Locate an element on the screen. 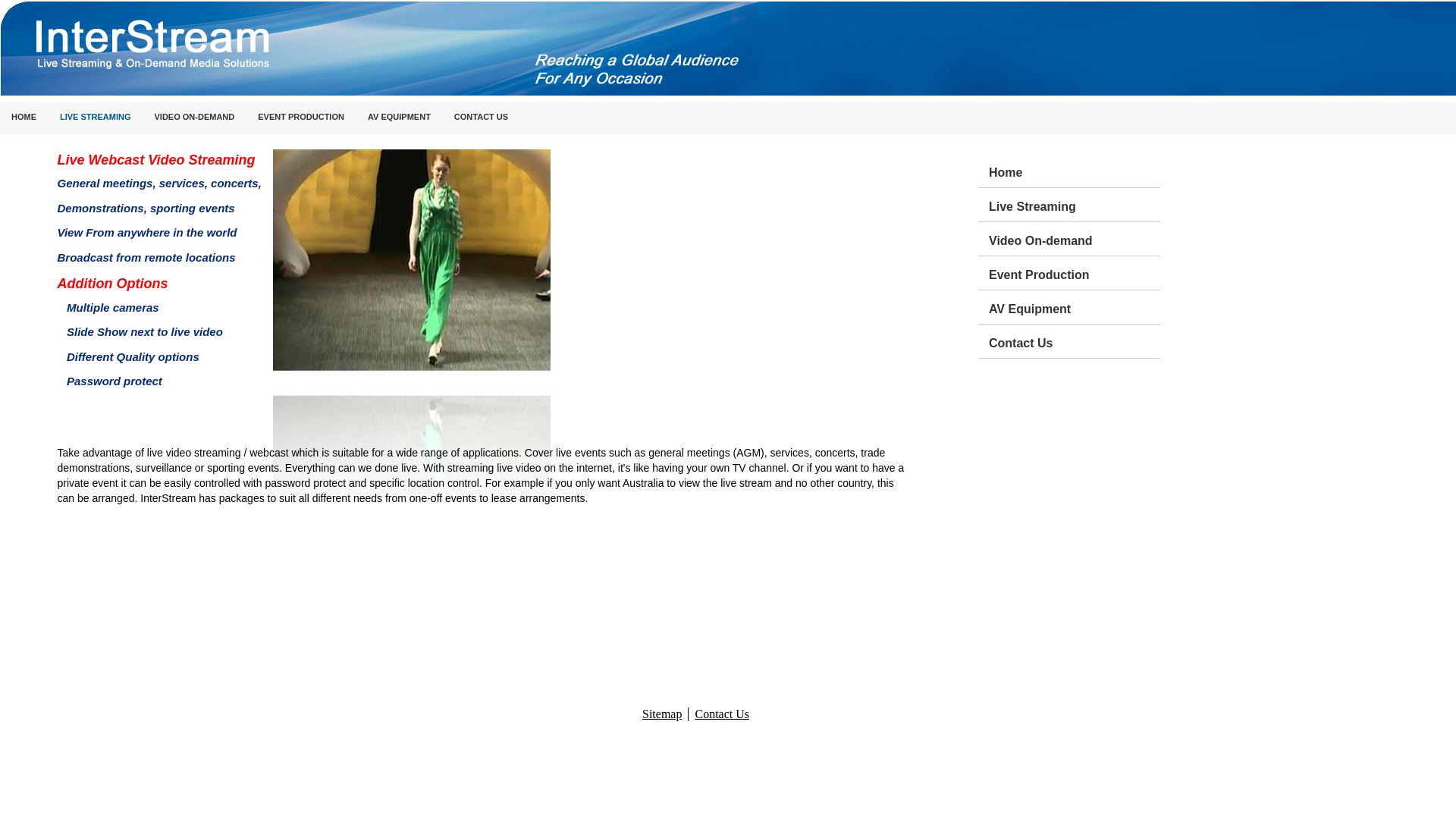 Image resolution: width=1456 pixels, height=819 pixels. 'Event Production' is located at coordinates (1073, 271).